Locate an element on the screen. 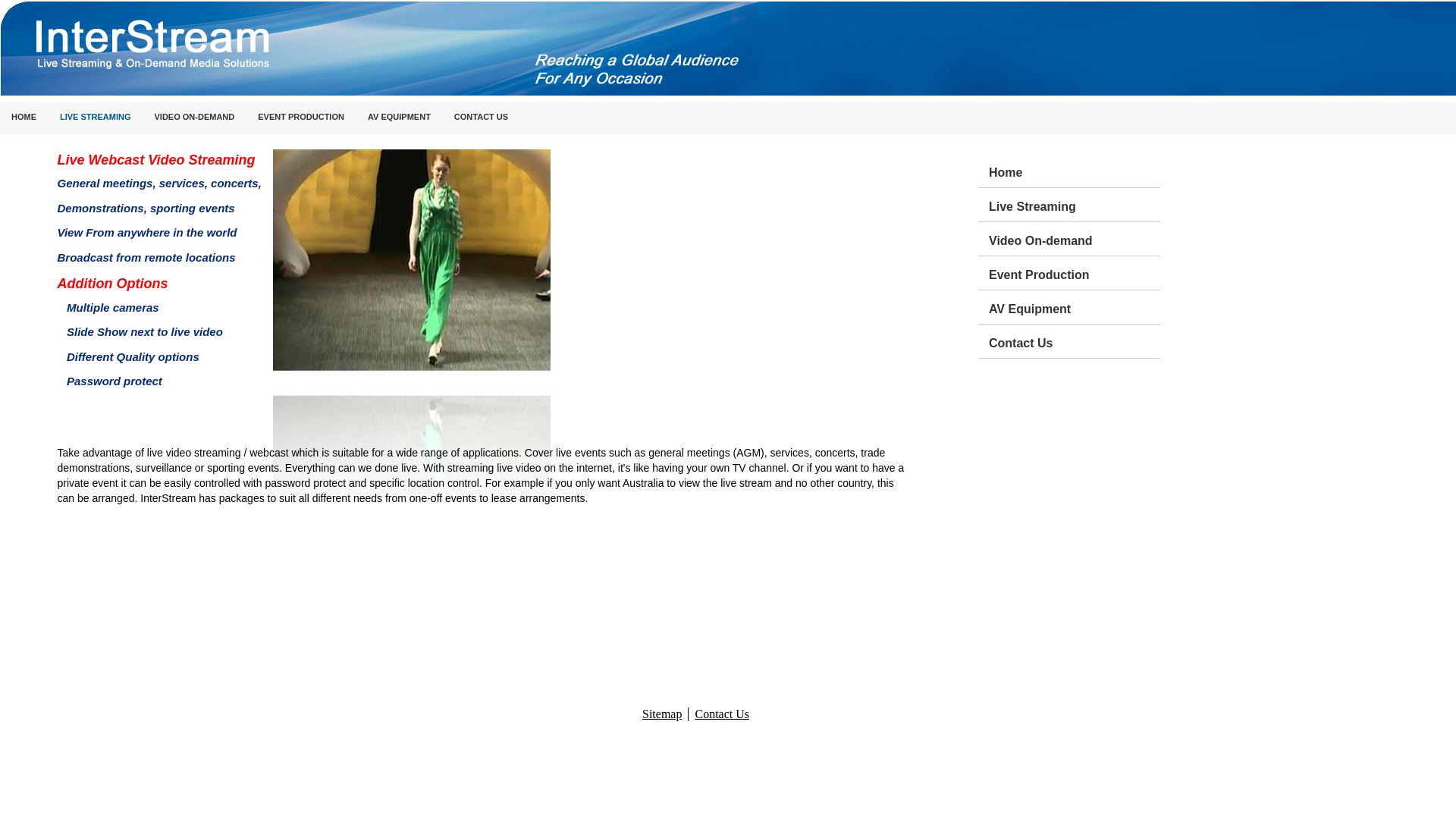 Image resolution: width=1456 pixels, height=819 pixels. 'Event Production' is located at coordinates (1073, 271).